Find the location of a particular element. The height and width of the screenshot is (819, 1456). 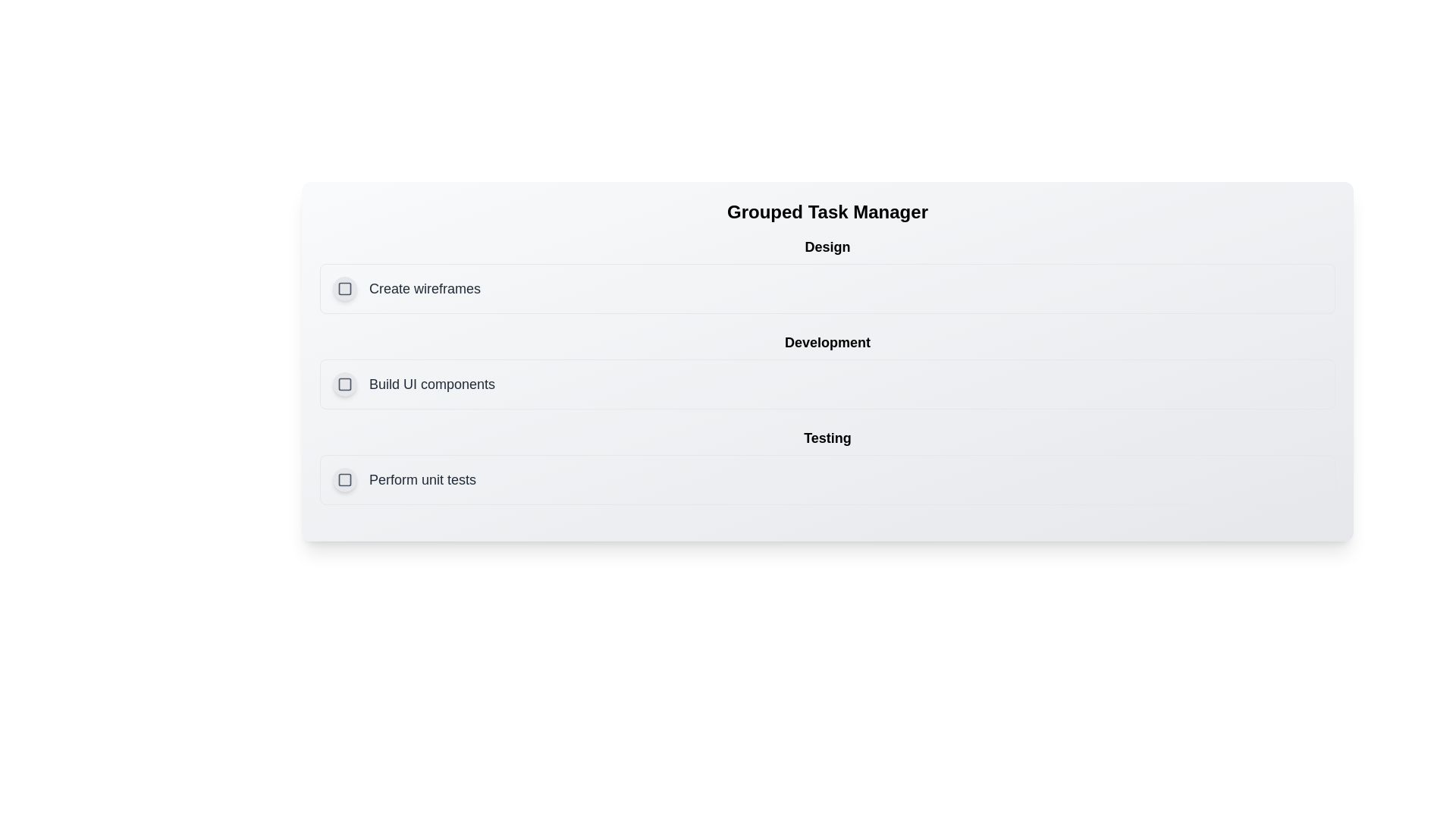

the checkbox icon for the task 'Build UI components' is located at coordinates (344, 383).